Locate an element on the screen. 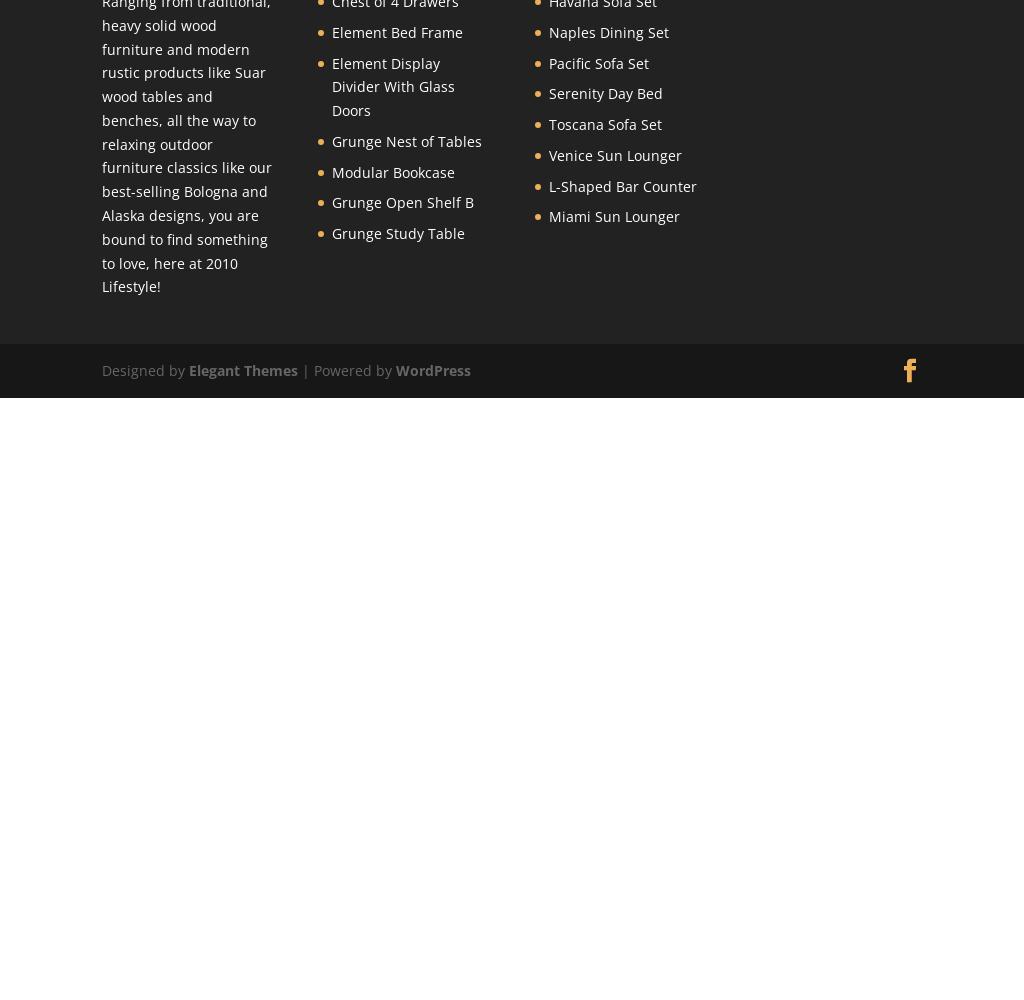 Image resolution: width=1024 pixels, height=1000 pixels. 'Element Bed Frame' is located at coordinates (396, 31).